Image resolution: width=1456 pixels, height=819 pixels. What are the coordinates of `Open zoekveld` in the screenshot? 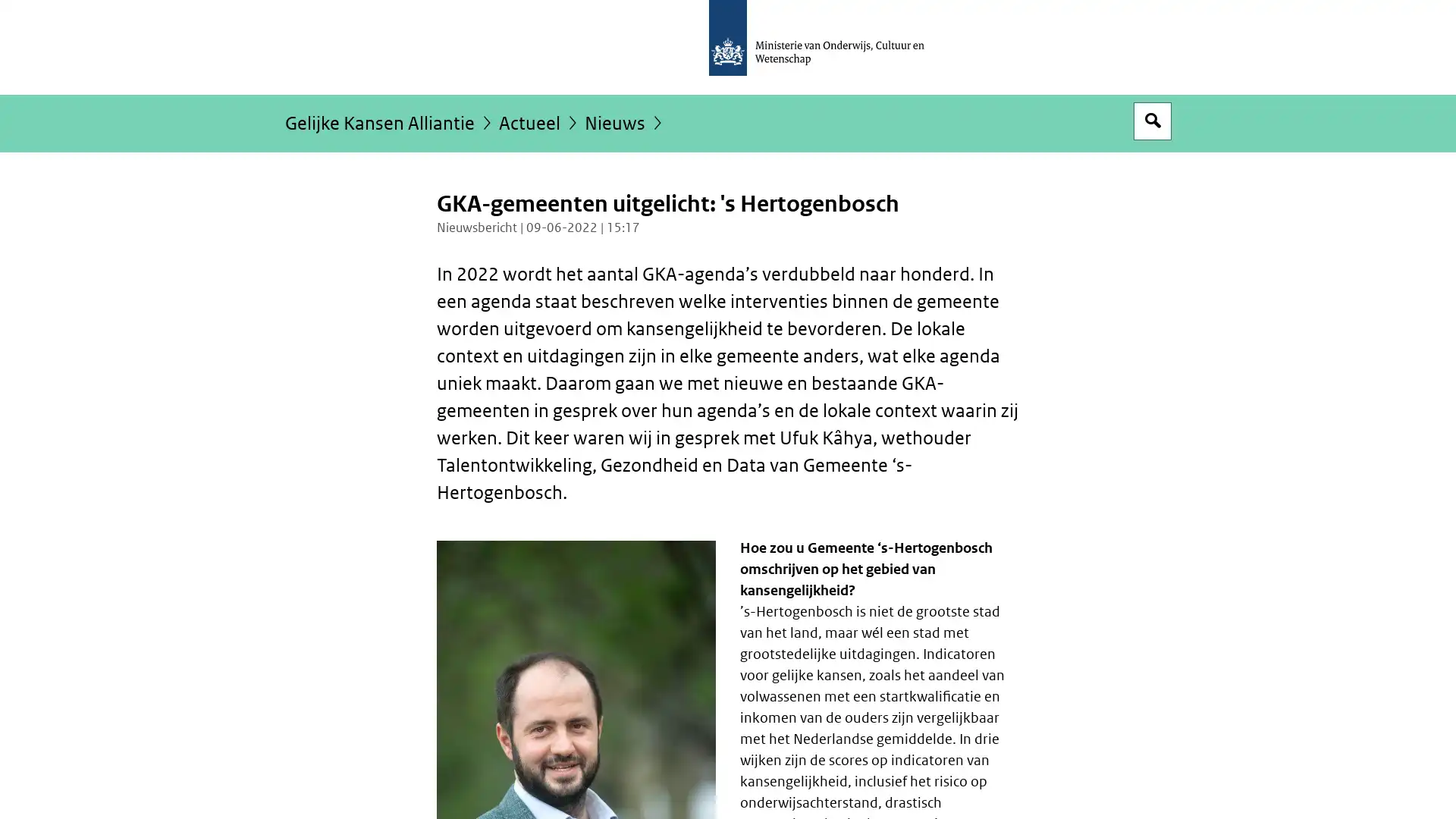 It's located at (1153, 120).